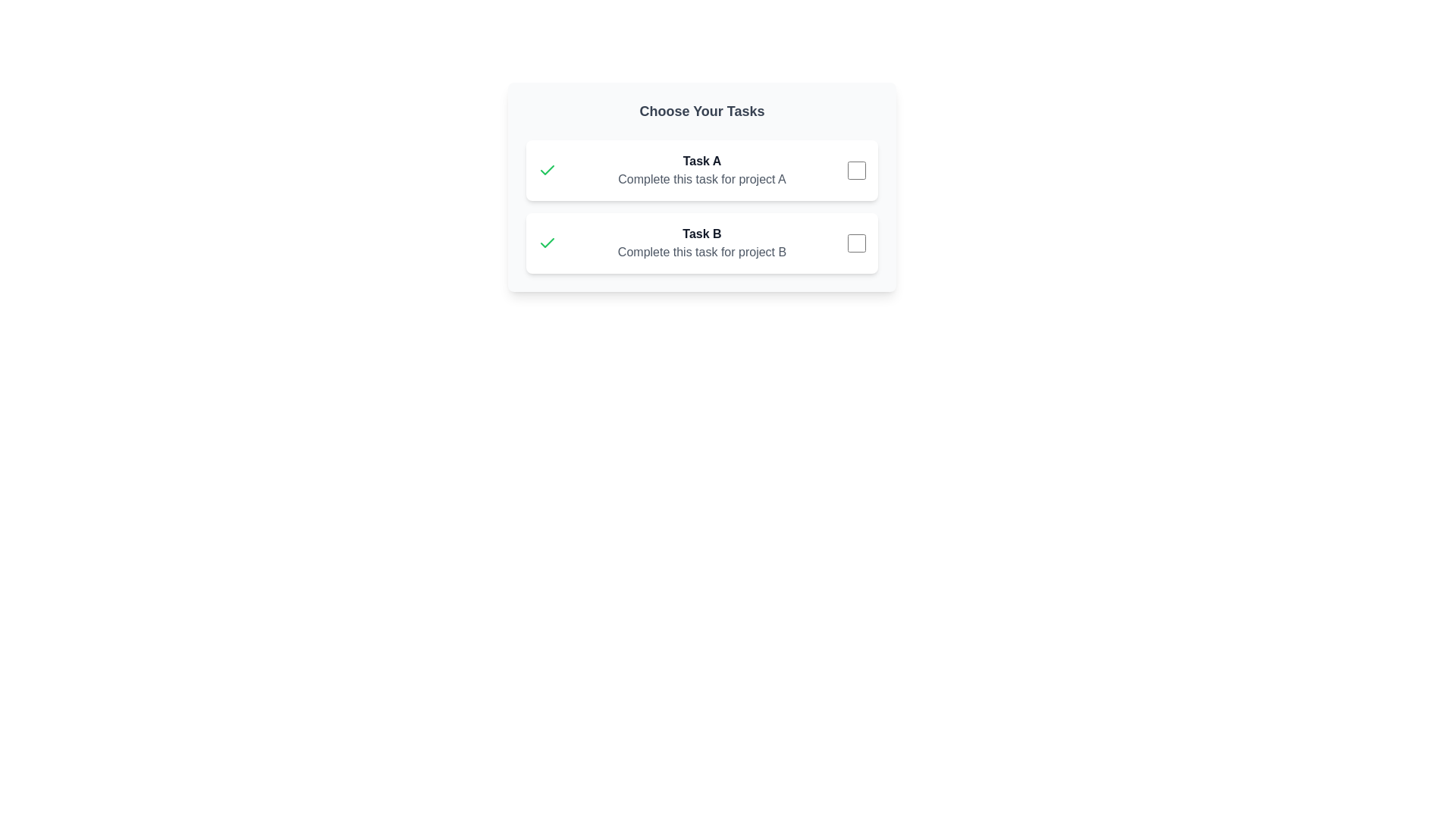 Image resolution: width=1456 pixels, height=819 pixels. What do you see at coordinates (856, 242) in the screenshot?
I see `the checkbox with a blue border located at the far right of the task description section labeled 'Task B'` at bounding box center [856, 242].